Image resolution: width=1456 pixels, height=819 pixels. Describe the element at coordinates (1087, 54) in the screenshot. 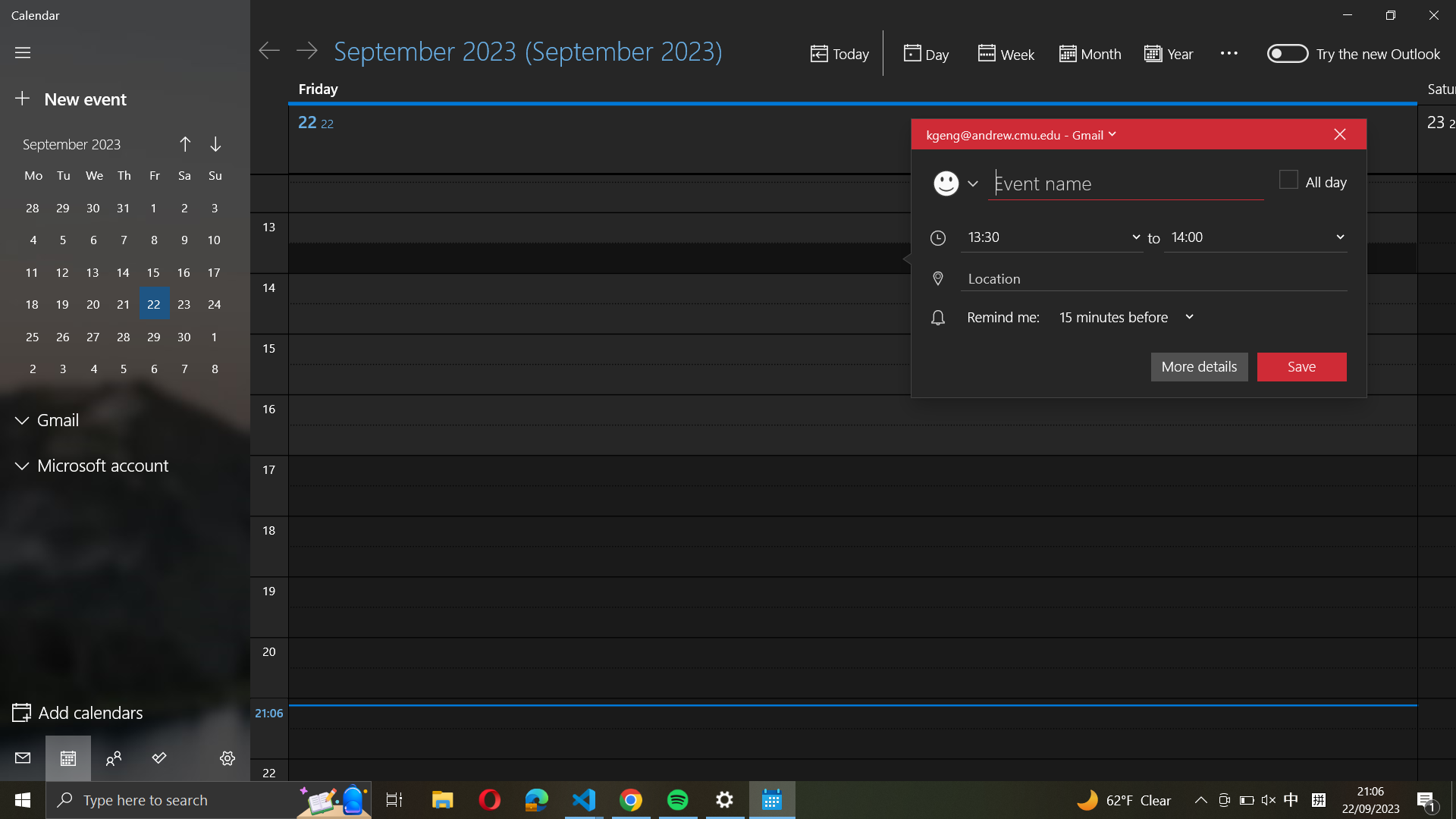

I see `Show the calendar for the month` at that location.